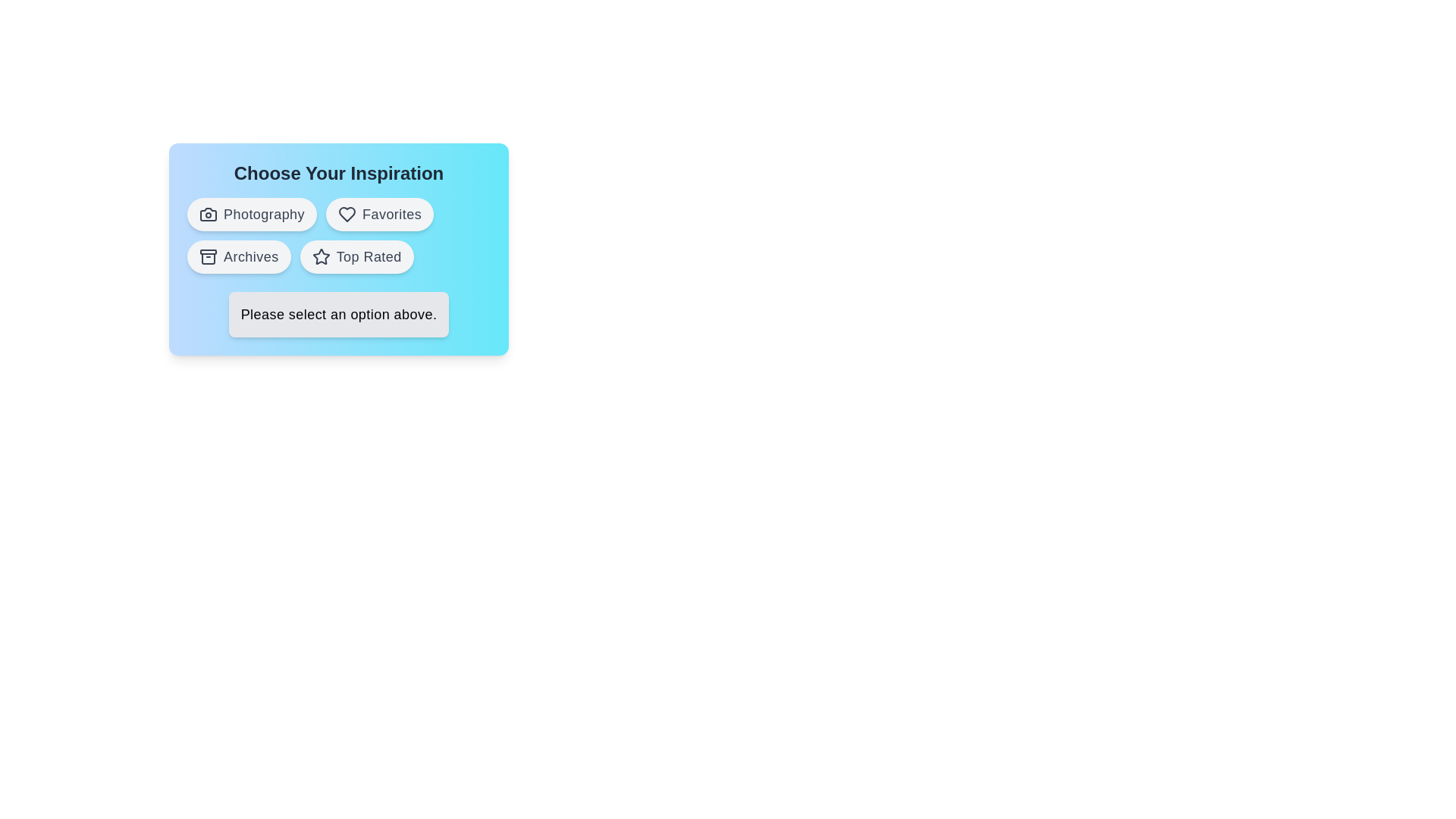 Image resolution: width=1456 pixels, height=819 pixels. What do you see at coordinates (347, 214) in the screenshot?
I see `the 'Favorites' icon located within the button labeled 'Favorites' in the selection panel 'Choose Your Inspiration'` at bounding box center [347, 214].